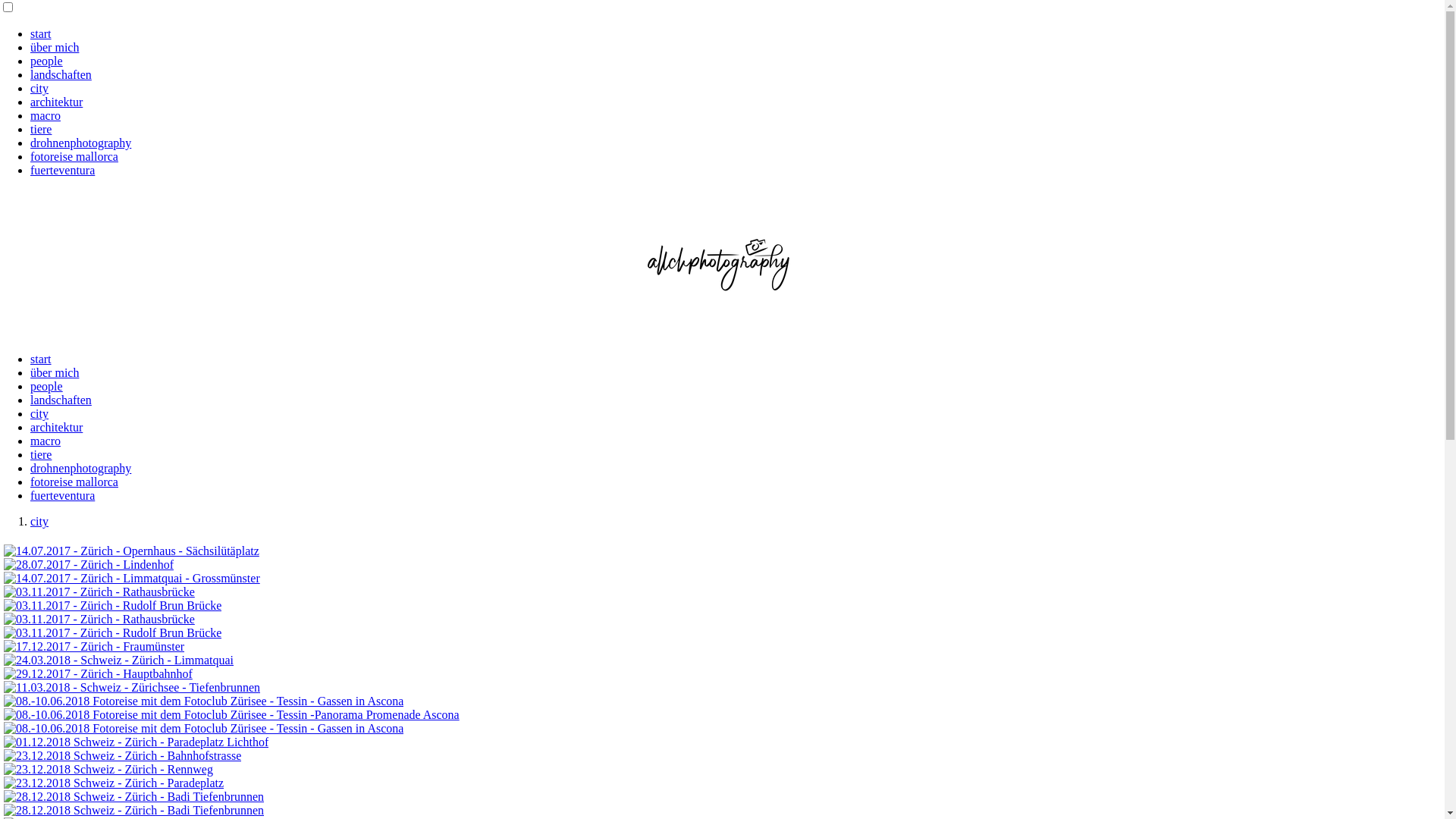 This screenshot has height=819, width=1456. Describe the element at coordinates (61, 399) in the screenshot. I see `'landschaften'` at that location.